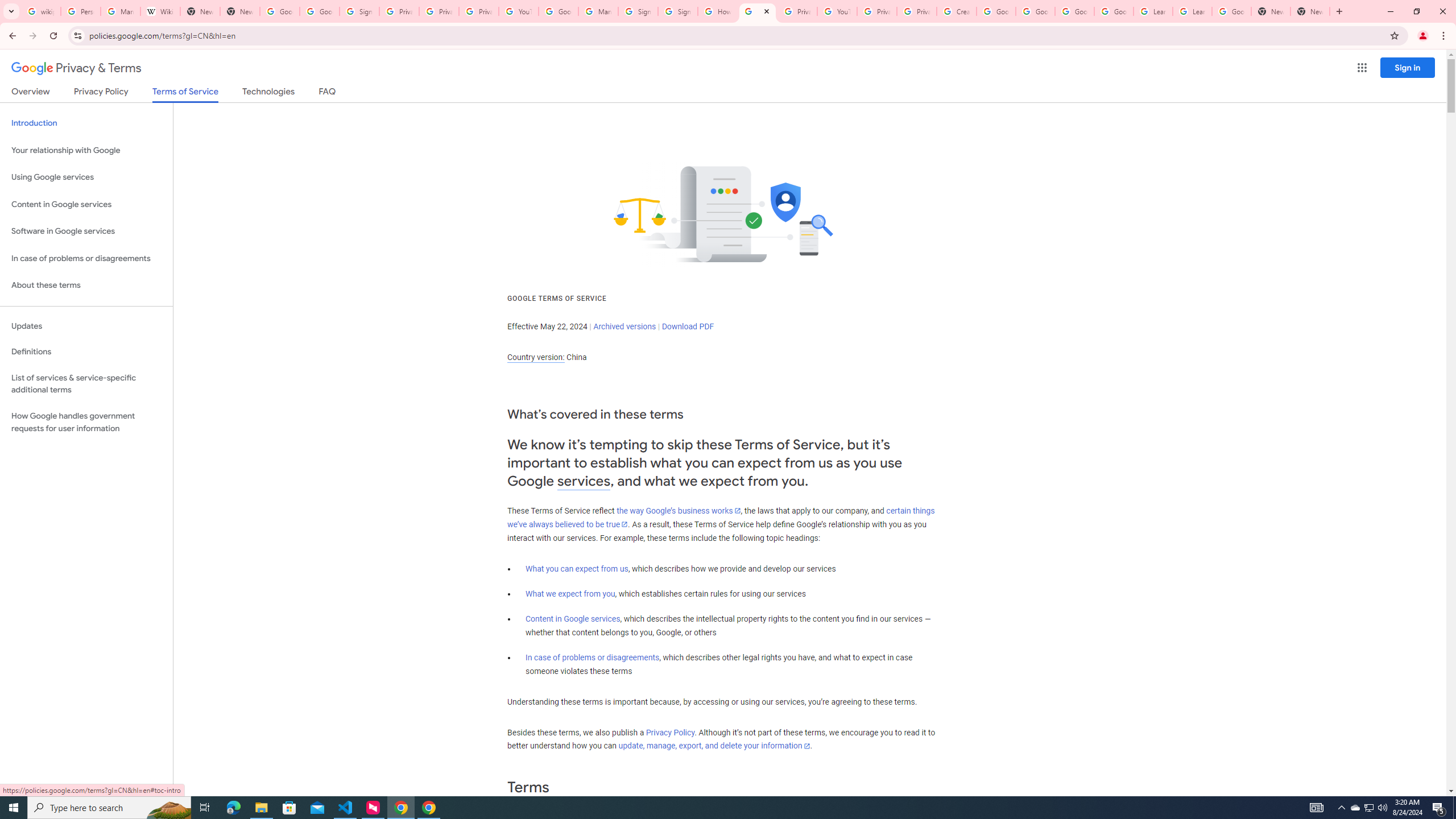  I want to click on 'Sign in - Google Accounts', so click(677, 11).